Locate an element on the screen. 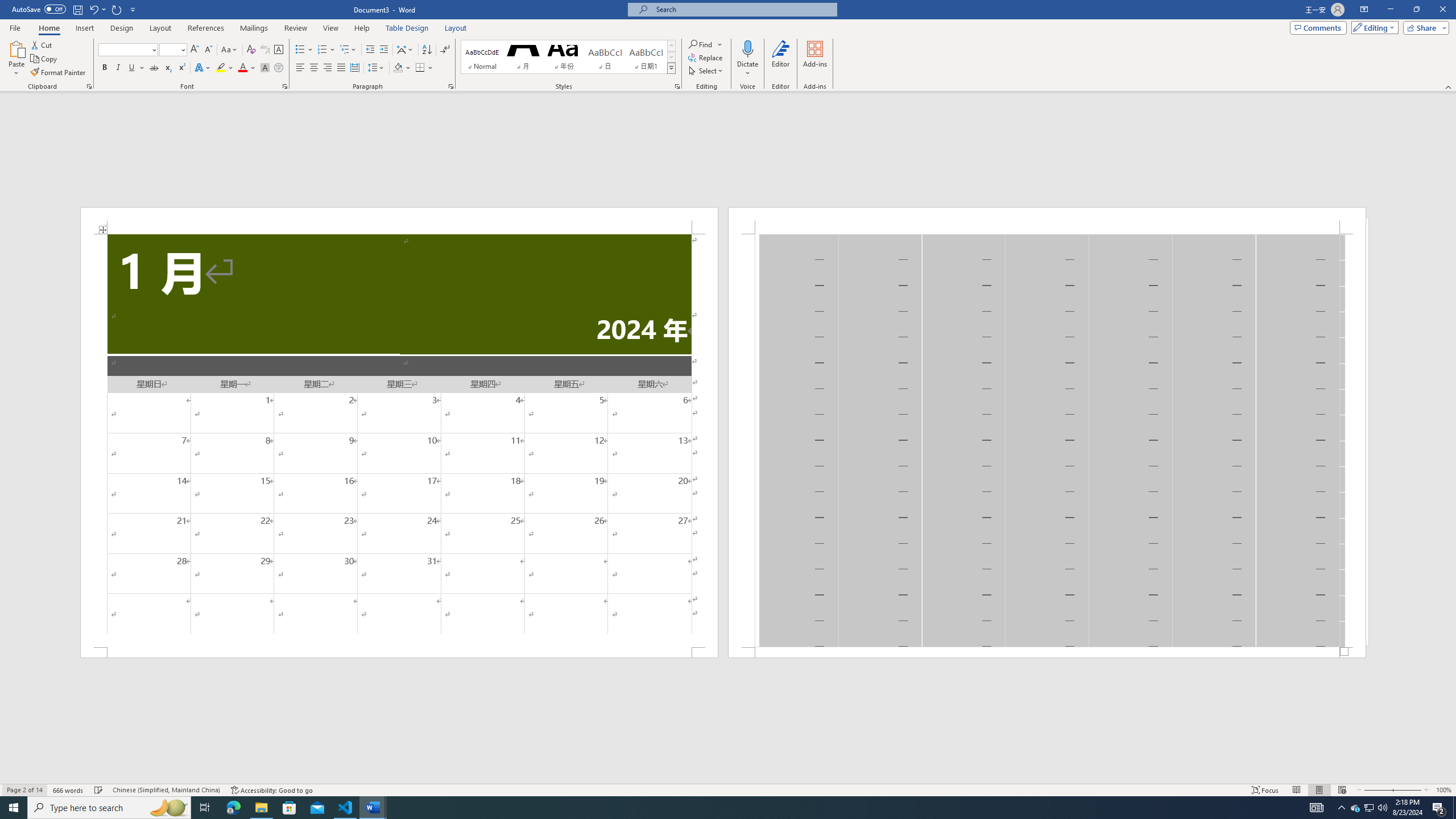  'Copy' is located at coordinates (44, 59).